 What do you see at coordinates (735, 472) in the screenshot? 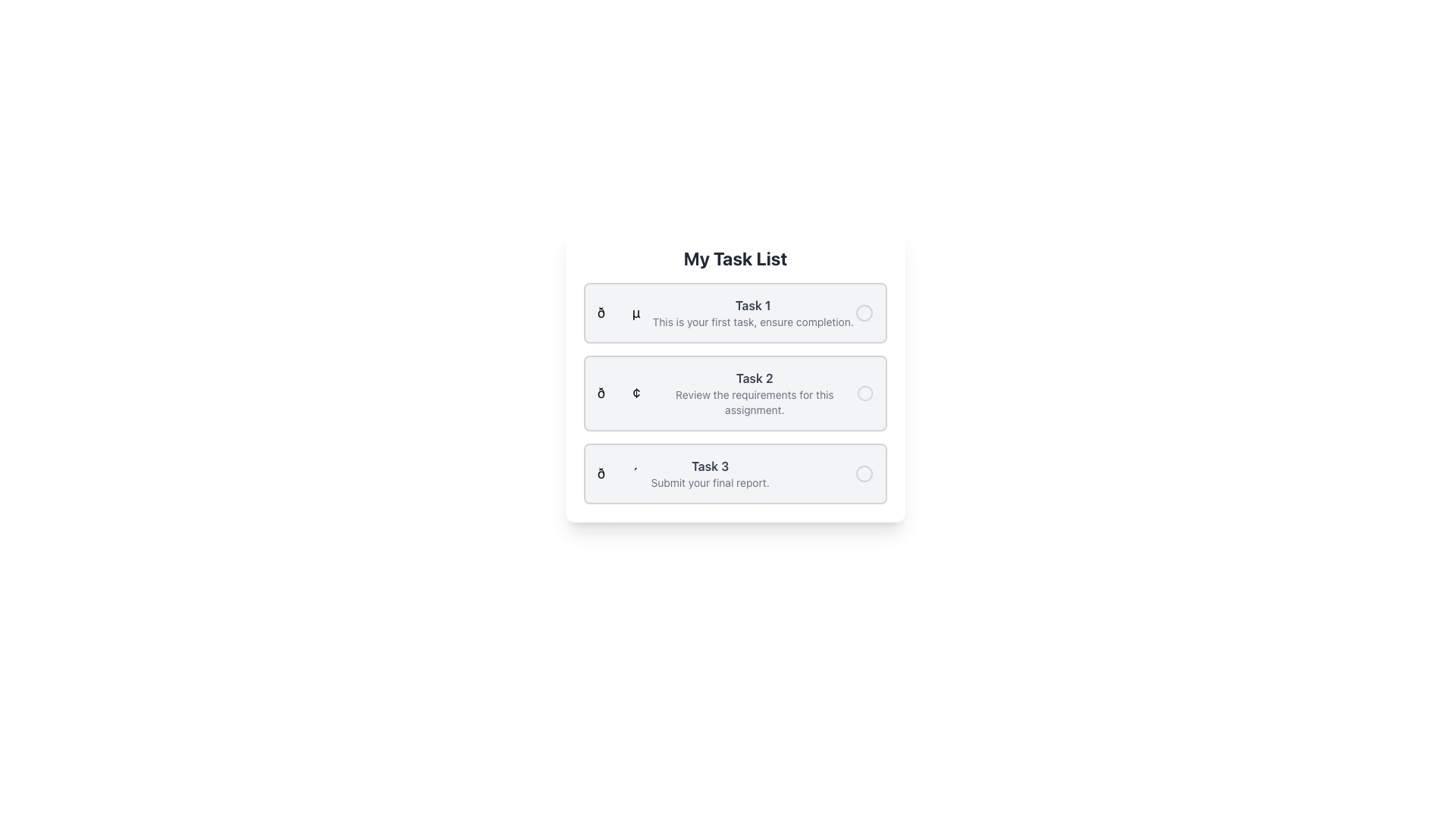
I see `the List item labeled 'Task 3' to focus on it` at bounding box center [735, 472].